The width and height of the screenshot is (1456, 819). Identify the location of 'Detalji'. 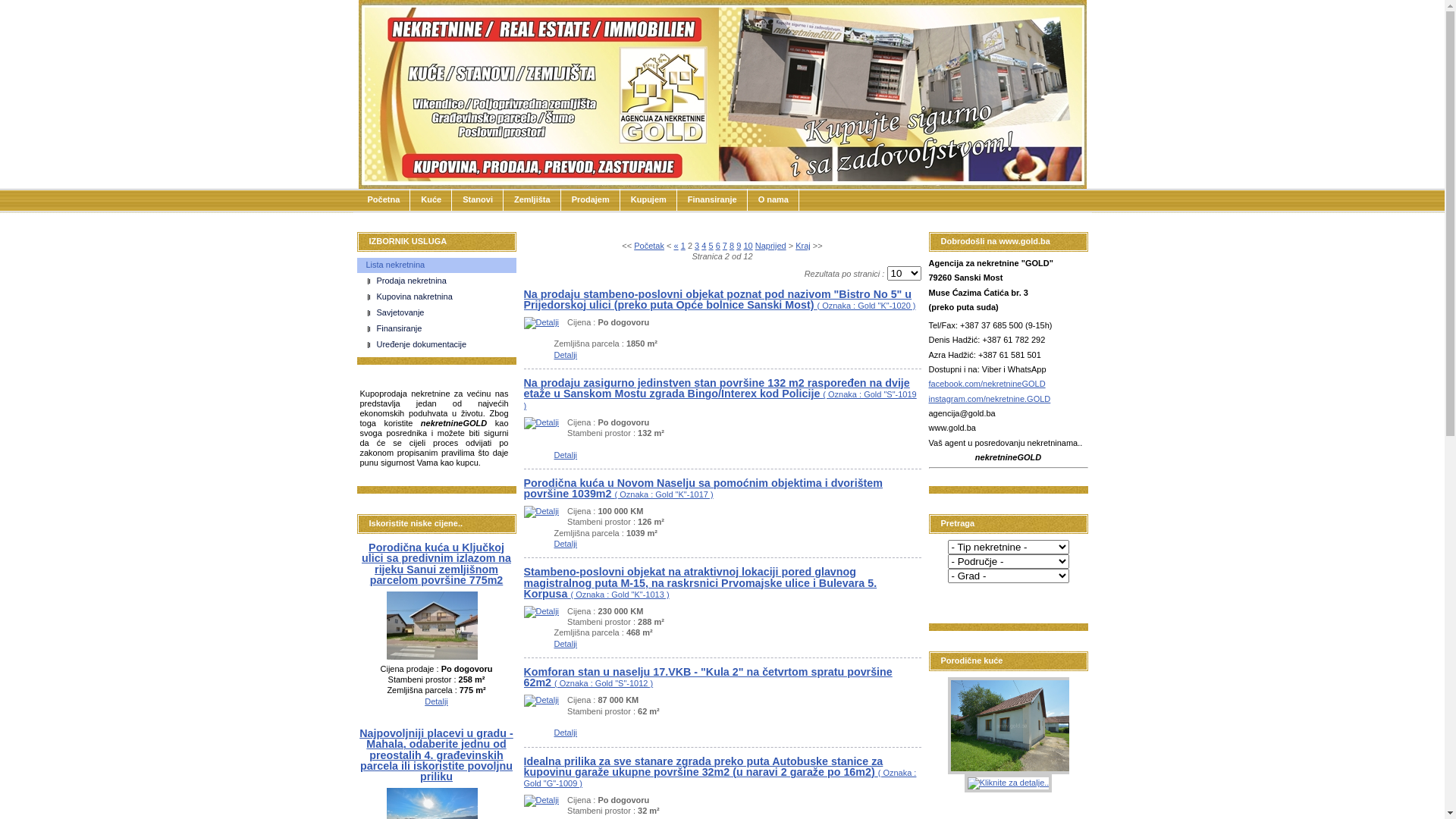
(541, 799).